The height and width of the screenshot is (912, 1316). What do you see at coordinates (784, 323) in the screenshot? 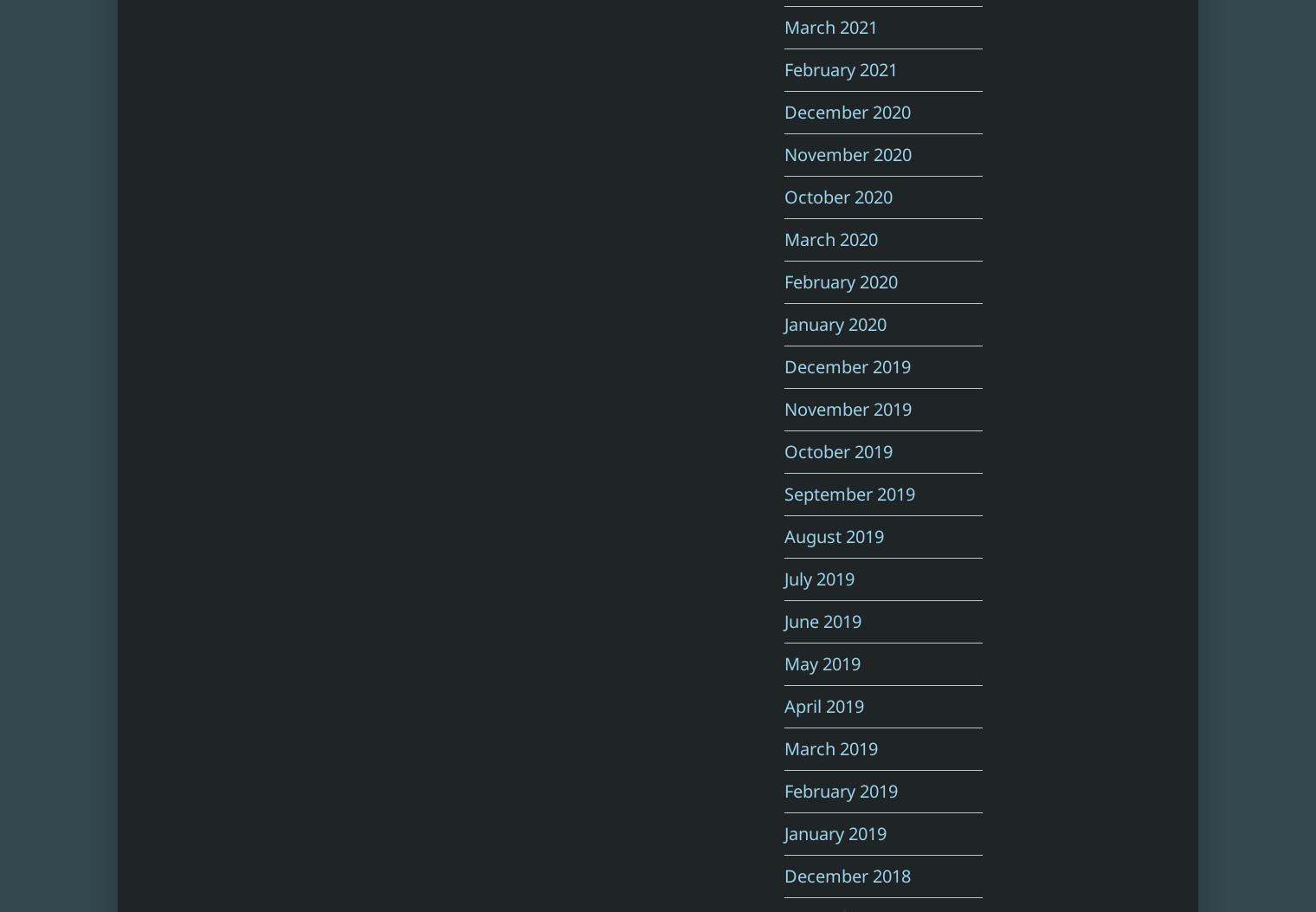
I see `'January 2020'` at bounding box center [784, 323].